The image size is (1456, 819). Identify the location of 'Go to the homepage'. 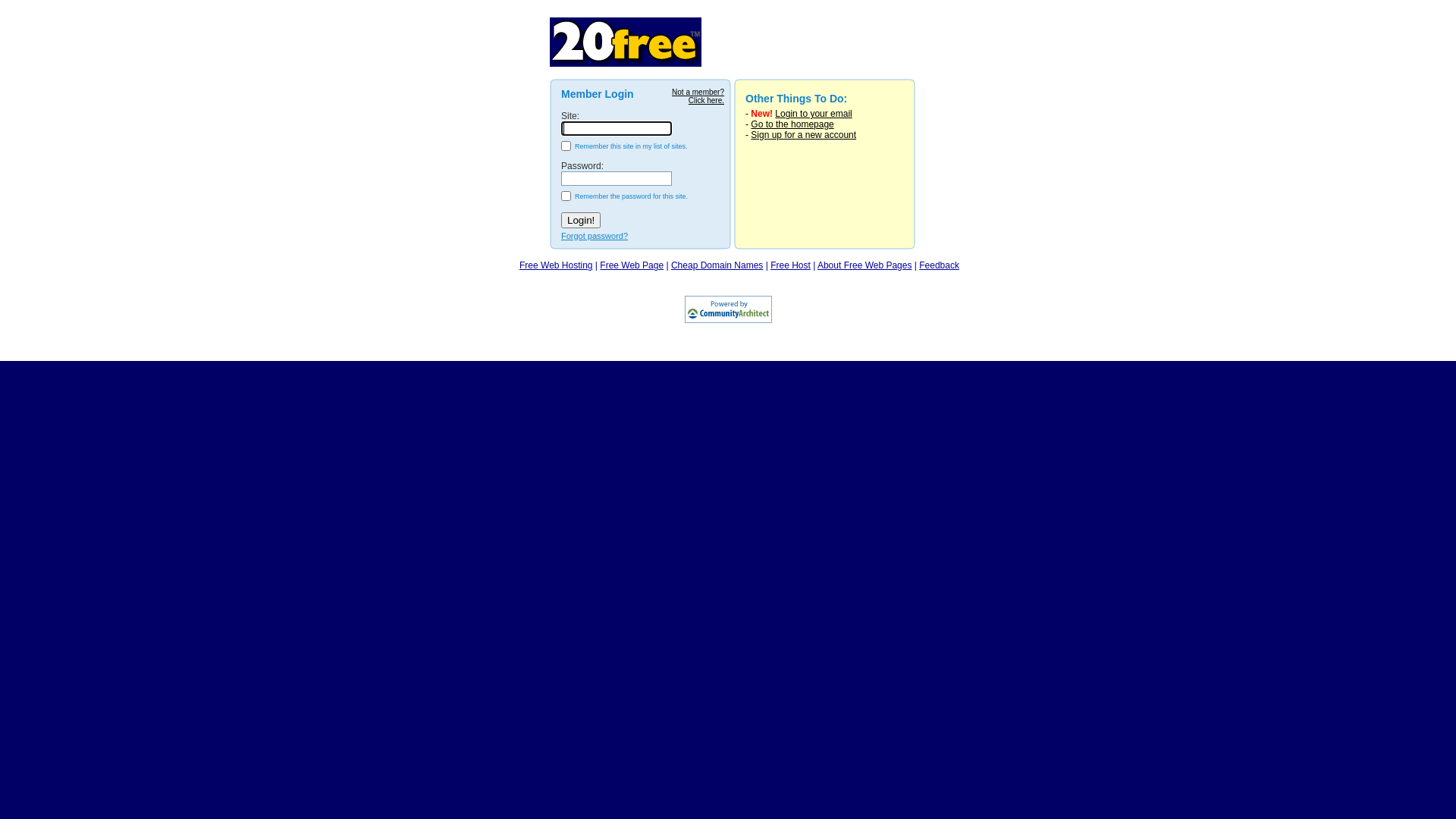
(750, 124).